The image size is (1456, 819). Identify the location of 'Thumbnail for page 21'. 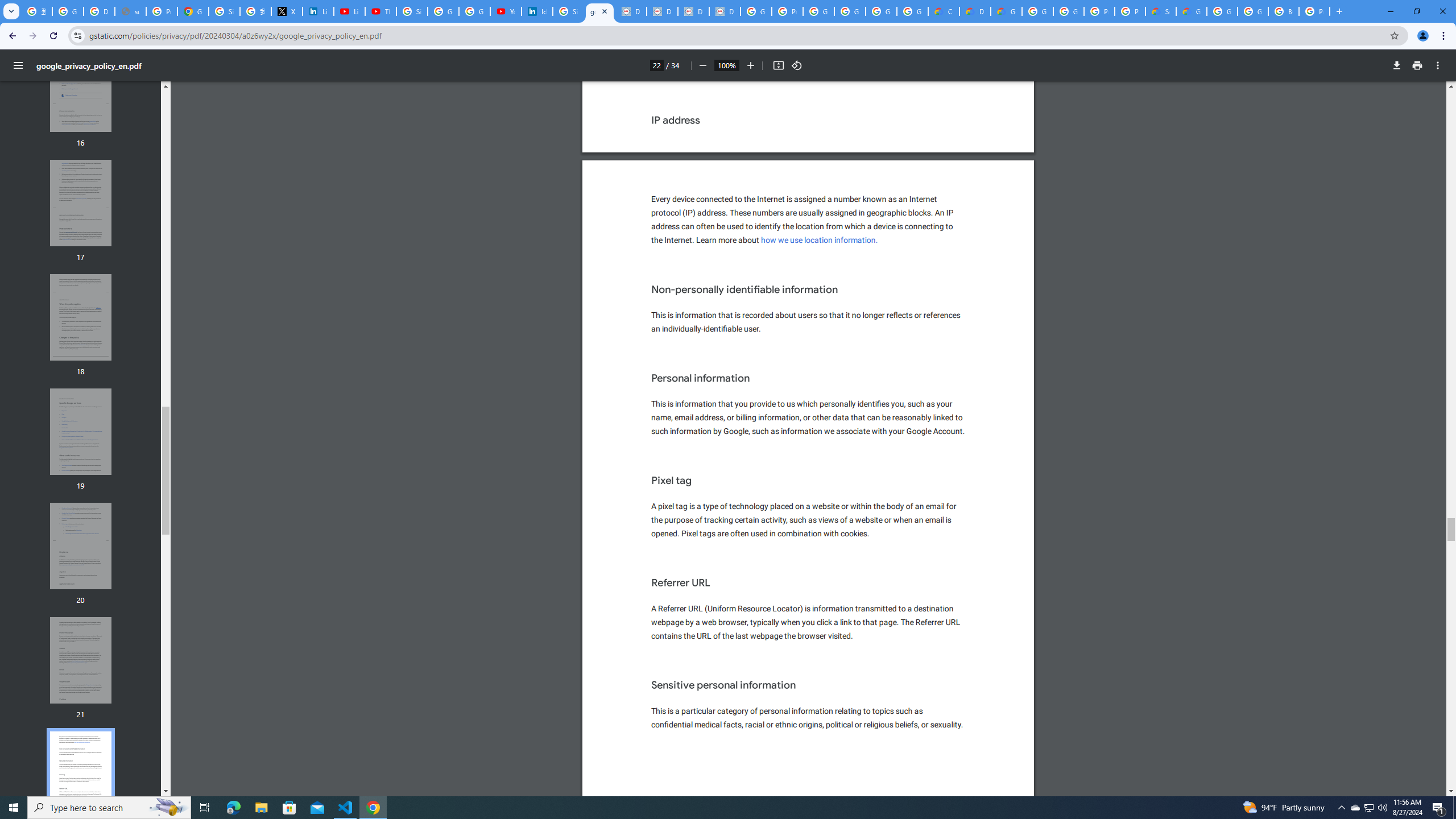
(81, 660).